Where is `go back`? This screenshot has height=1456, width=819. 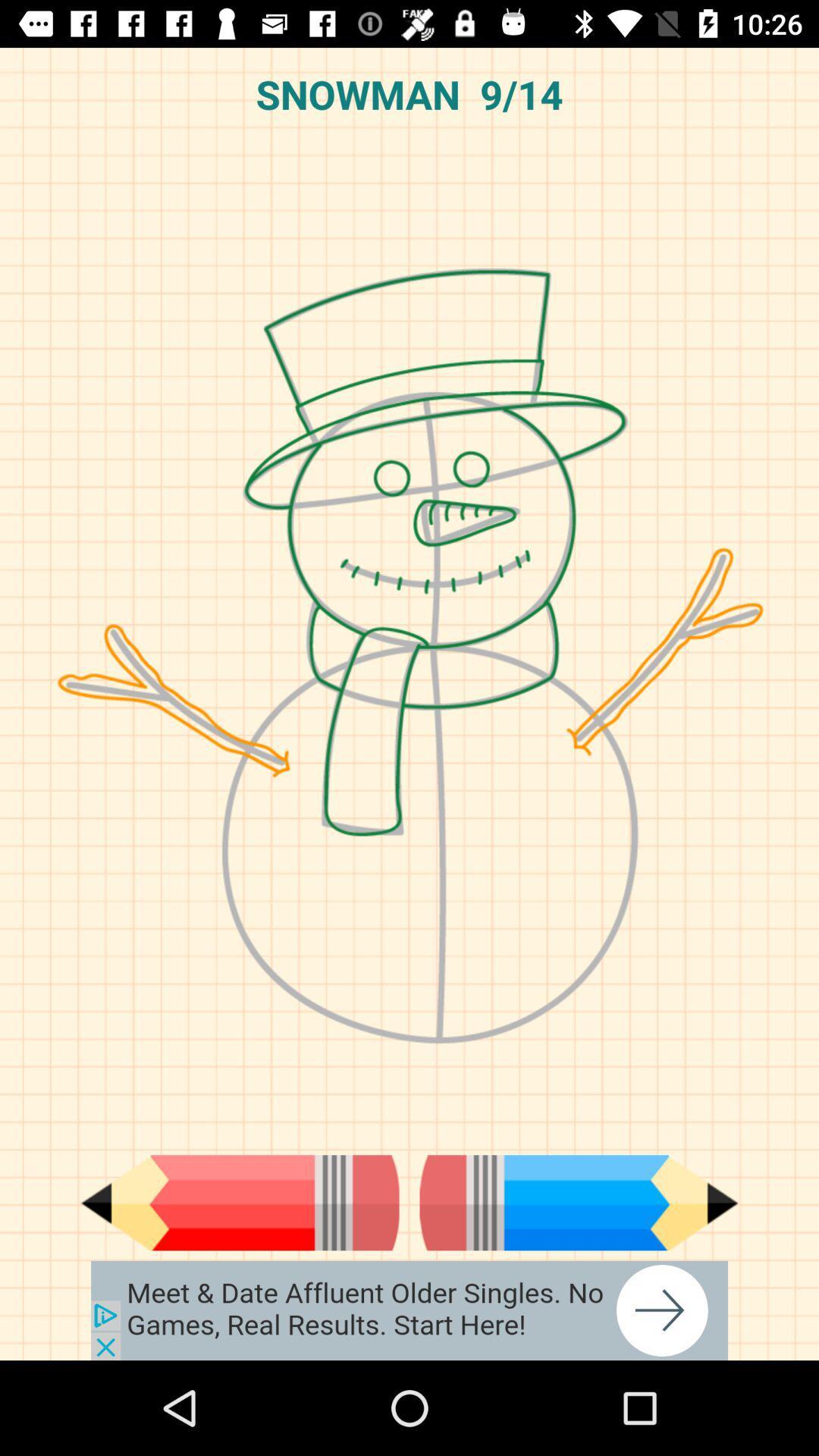
go back is located at coordinates (239, 1202).